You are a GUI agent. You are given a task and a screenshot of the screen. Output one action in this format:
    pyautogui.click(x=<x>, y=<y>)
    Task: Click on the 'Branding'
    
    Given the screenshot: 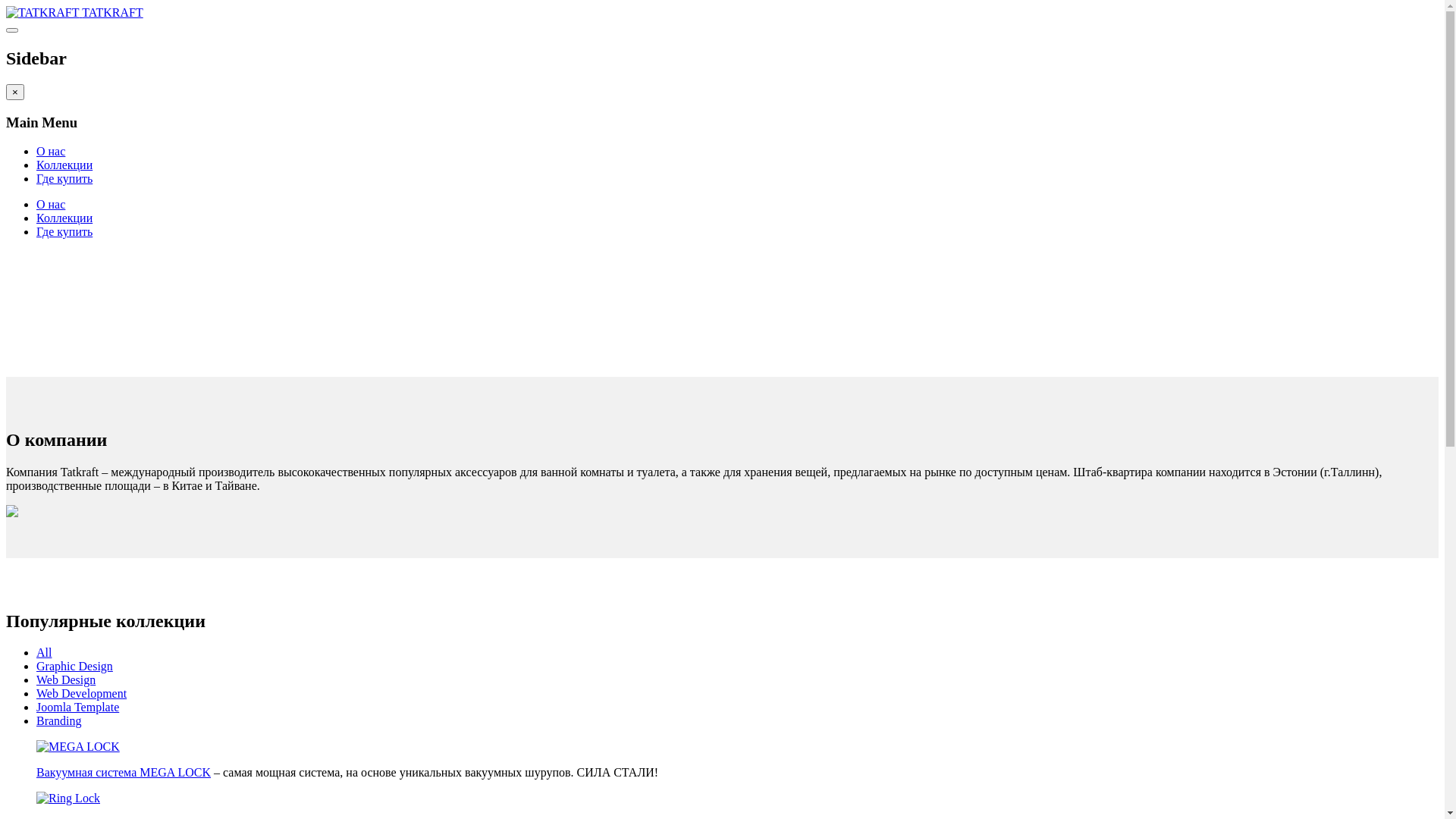 What is the action you would take?
    pyautogui.click(x=58, y=720)
    